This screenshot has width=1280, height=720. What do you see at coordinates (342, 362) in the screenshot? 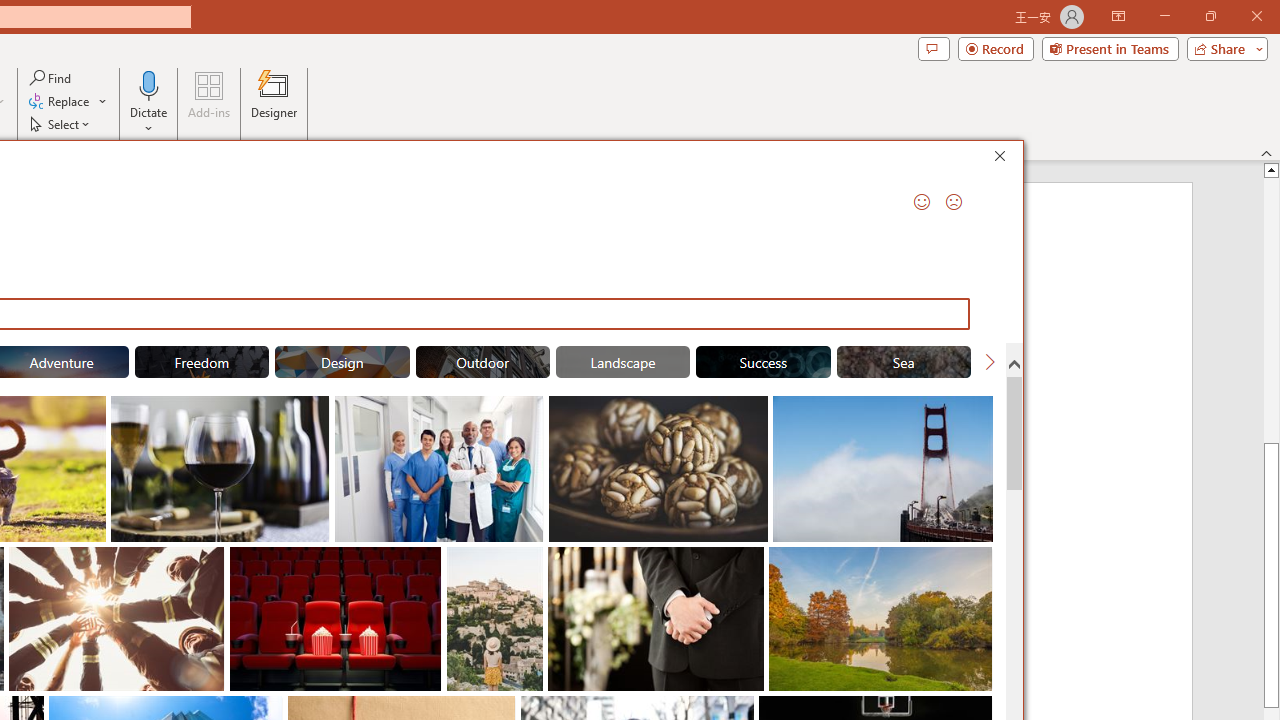
I see `'"Design" Stock Images.'` at bounding box center [342, 362].